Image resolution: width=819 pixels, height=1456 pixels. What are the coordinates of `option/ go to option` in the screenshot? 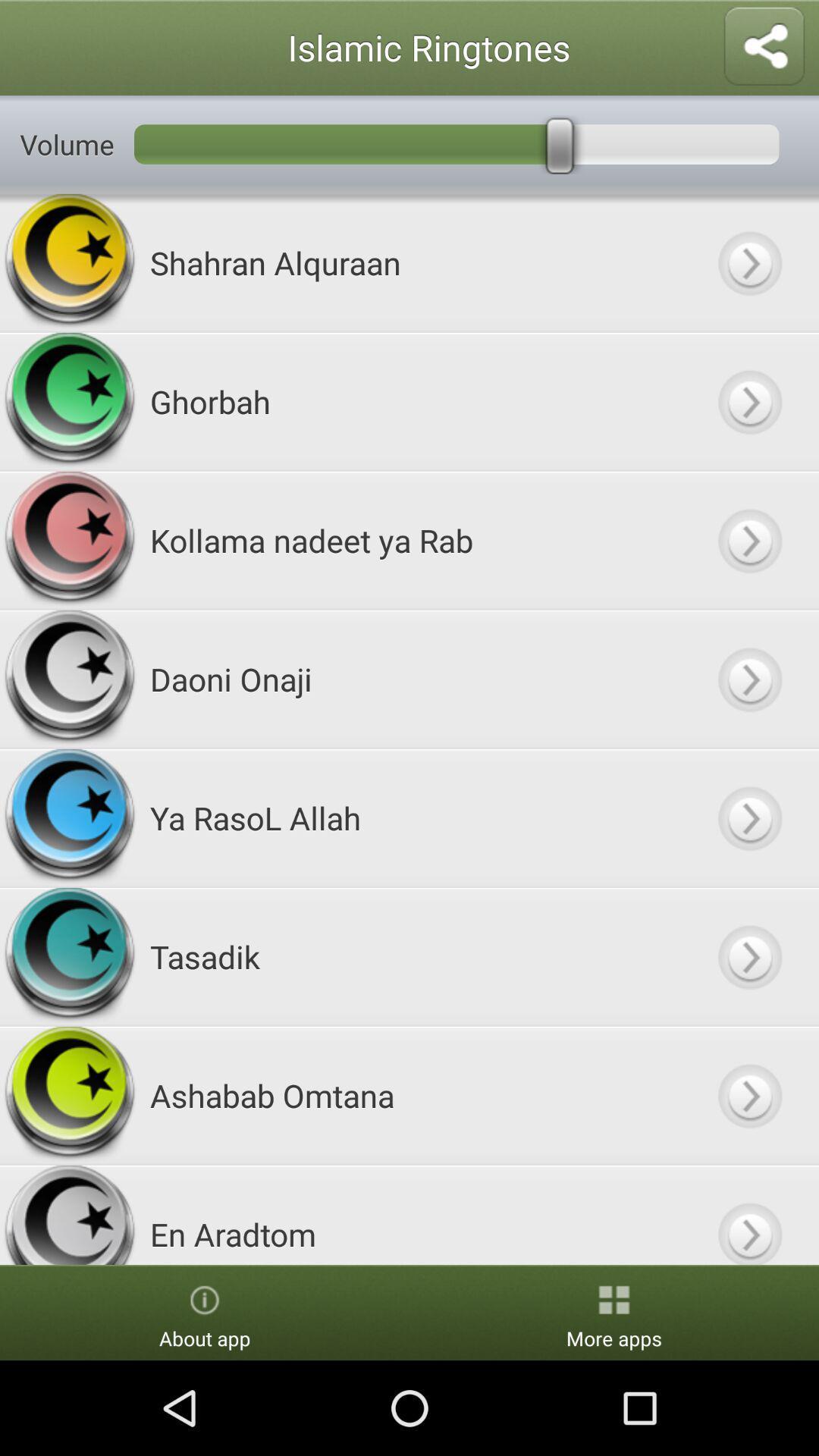 It's located at (748, 401).